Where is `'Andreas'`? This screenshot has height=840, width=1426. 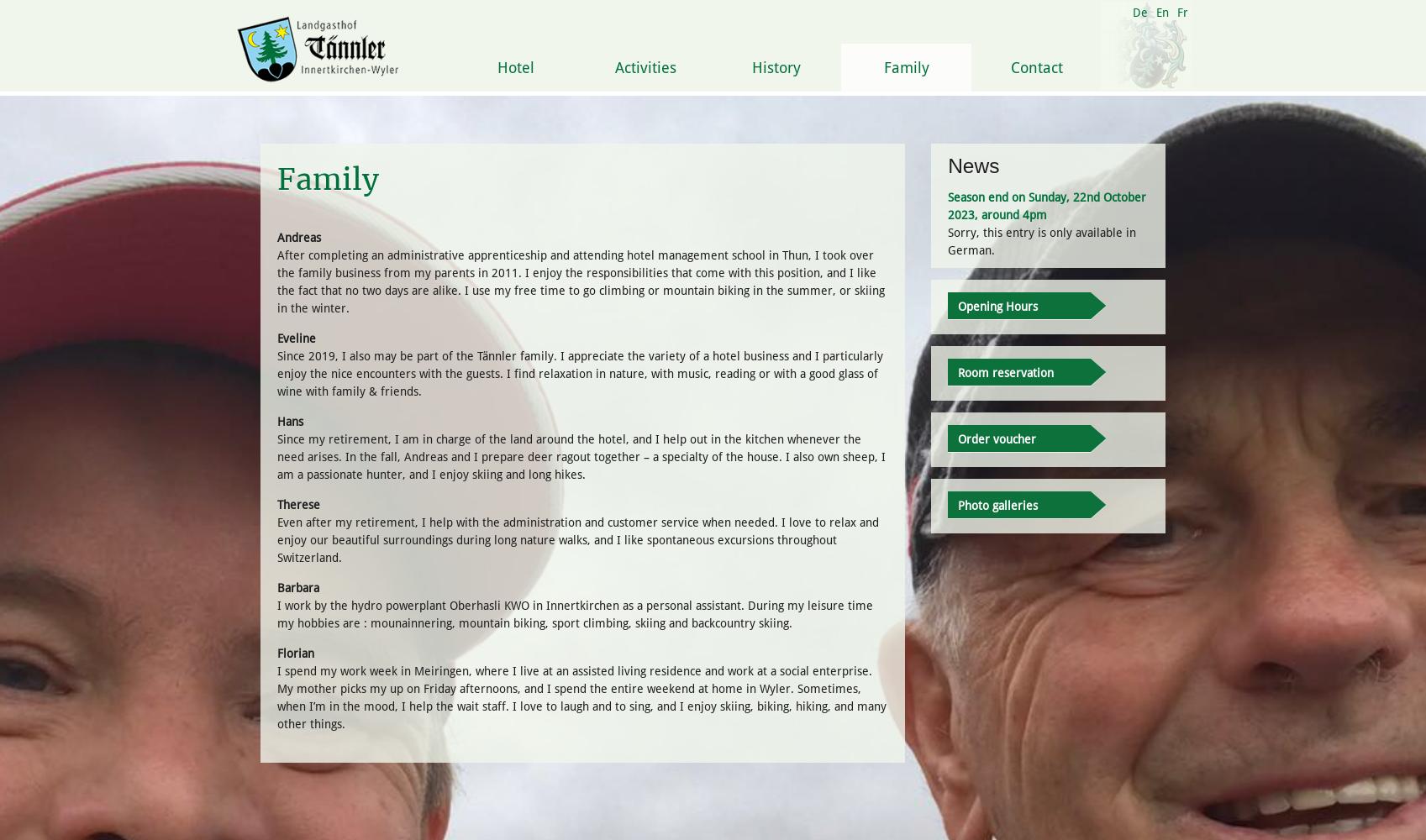 'Andreas' is located at coordinates (298, 237).